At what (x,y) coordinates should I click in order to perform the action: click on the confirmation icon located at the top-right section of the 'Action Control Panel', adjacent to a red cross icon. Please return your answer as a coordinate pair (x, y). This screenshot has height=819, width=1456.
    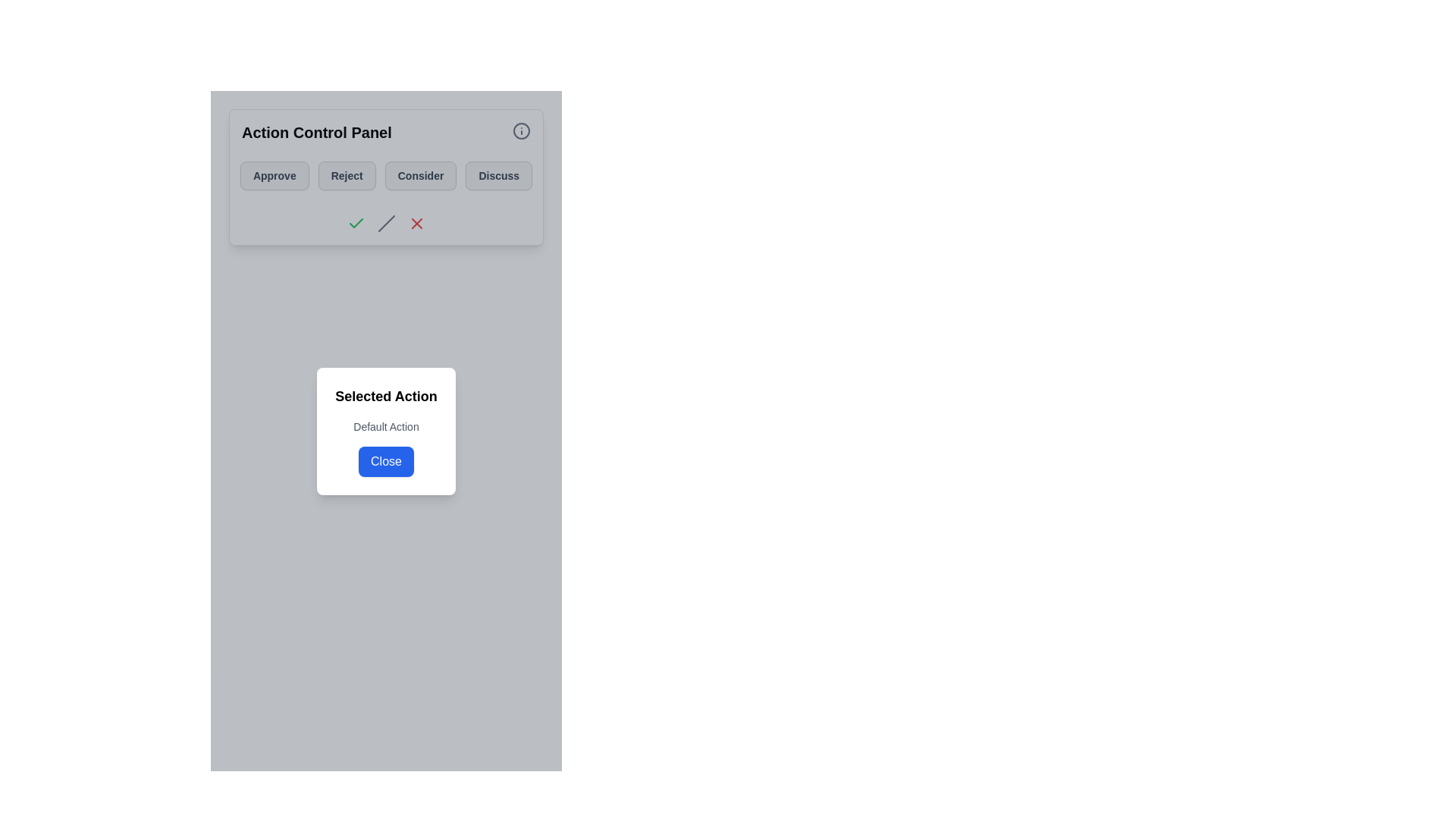
    Looking at the image, I should click on (355, 223).